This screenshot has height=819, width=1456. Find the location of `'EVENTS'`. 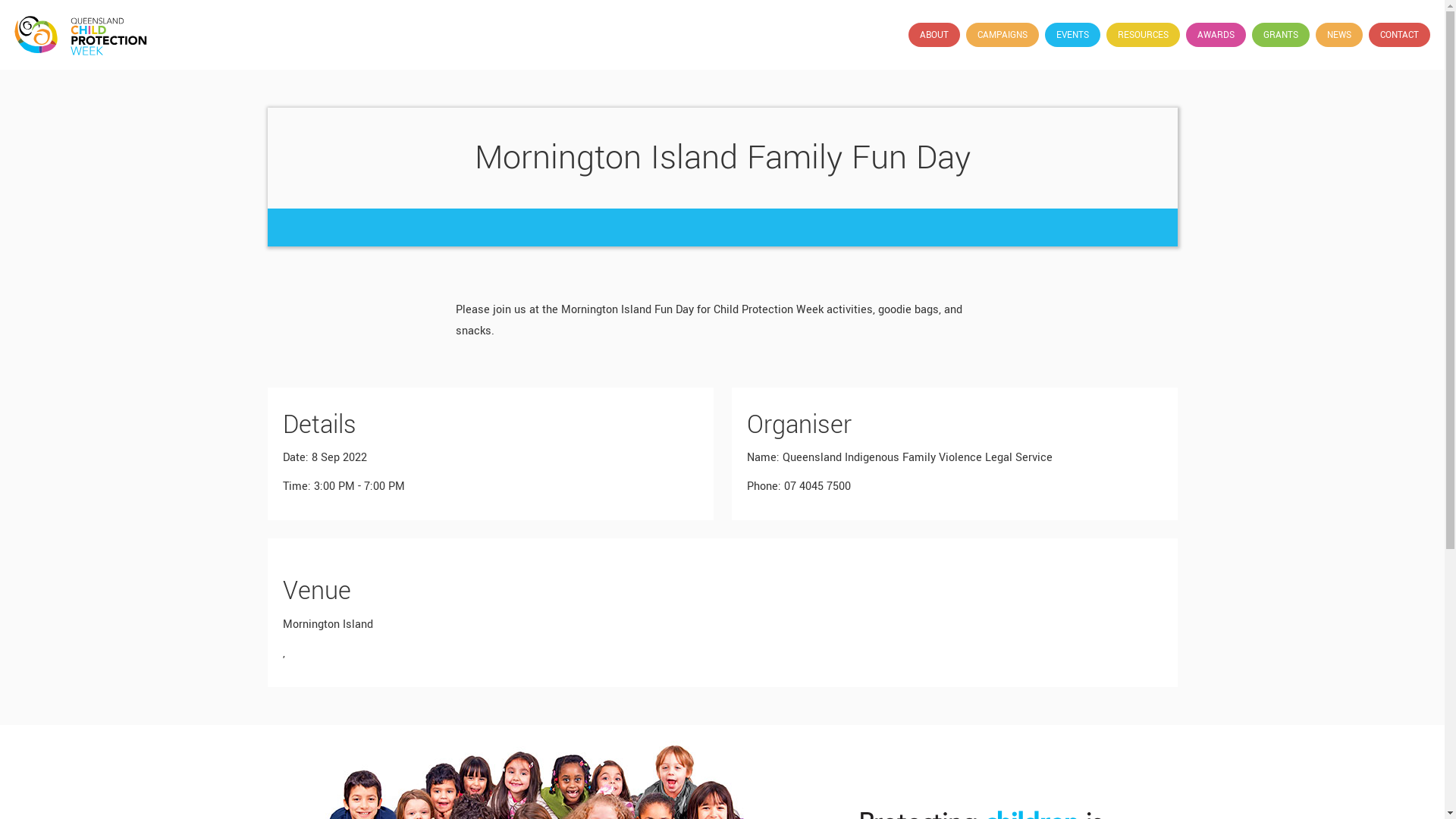

'EVENTS' is located at coordinates (1072, 34).